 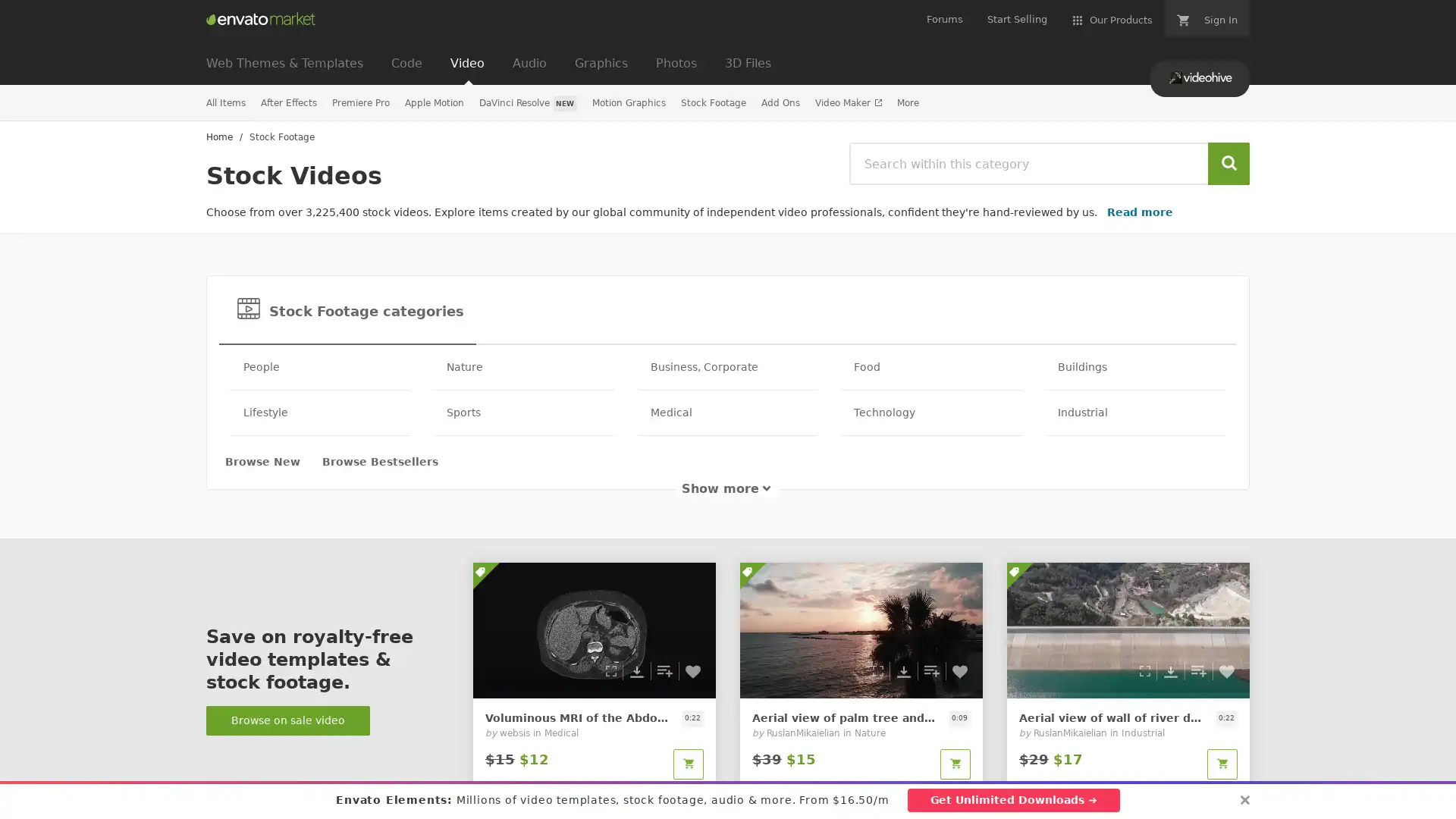 I want to click on Search, so click(x=1228, y=164).